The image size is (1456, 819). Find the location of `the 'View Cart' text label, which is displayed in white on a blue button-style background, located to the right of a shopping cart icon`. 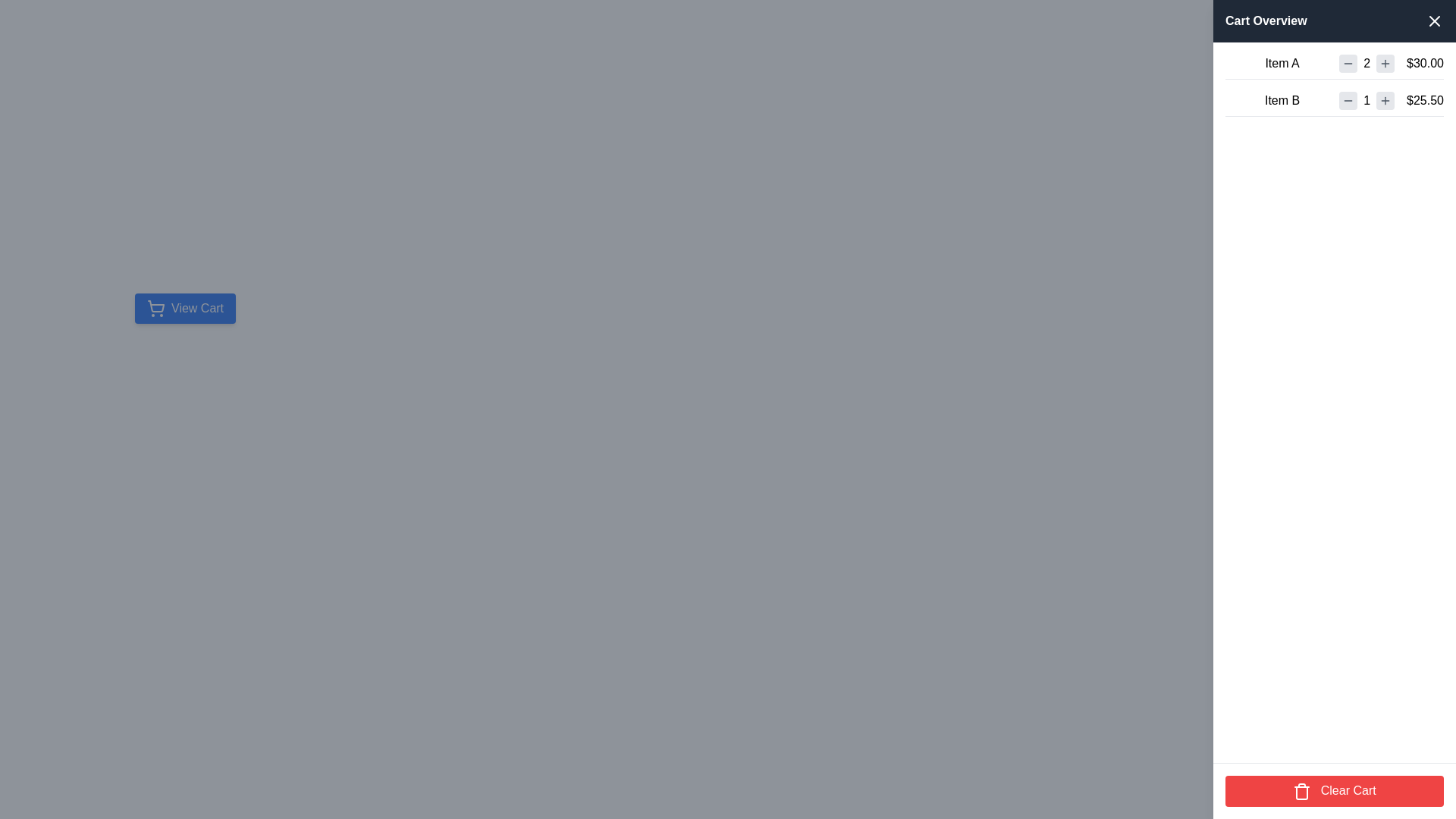

the 'View Cart' text label, which is displayed in white on a blue button-style background, located to the right of a shopping cart icon is located at coordinates (196, 308).